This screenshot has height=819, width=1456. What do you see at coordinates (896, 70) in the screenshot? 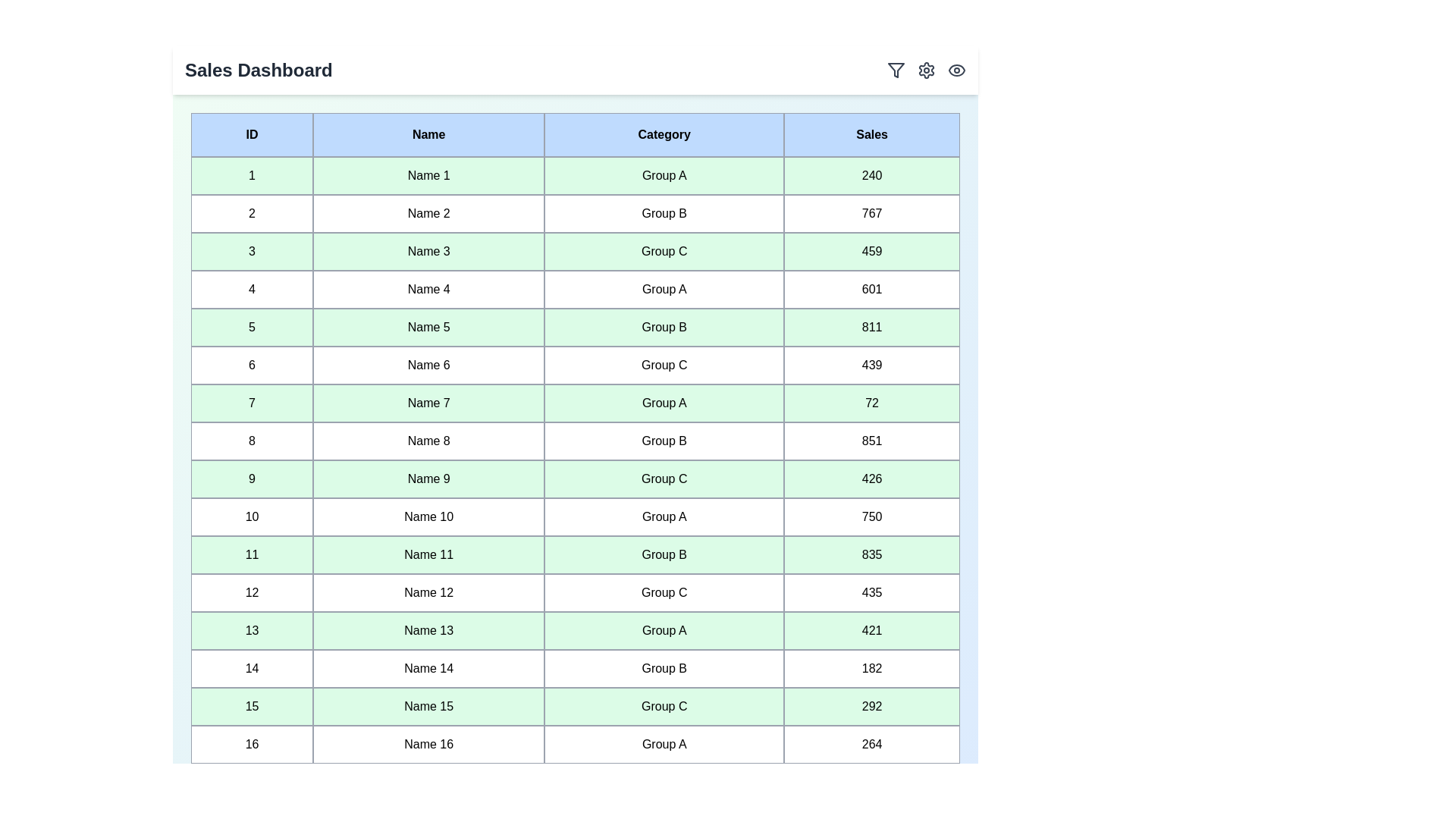
I see `the filter icon to apply filters to the table data` at bounding box center [896, 70].